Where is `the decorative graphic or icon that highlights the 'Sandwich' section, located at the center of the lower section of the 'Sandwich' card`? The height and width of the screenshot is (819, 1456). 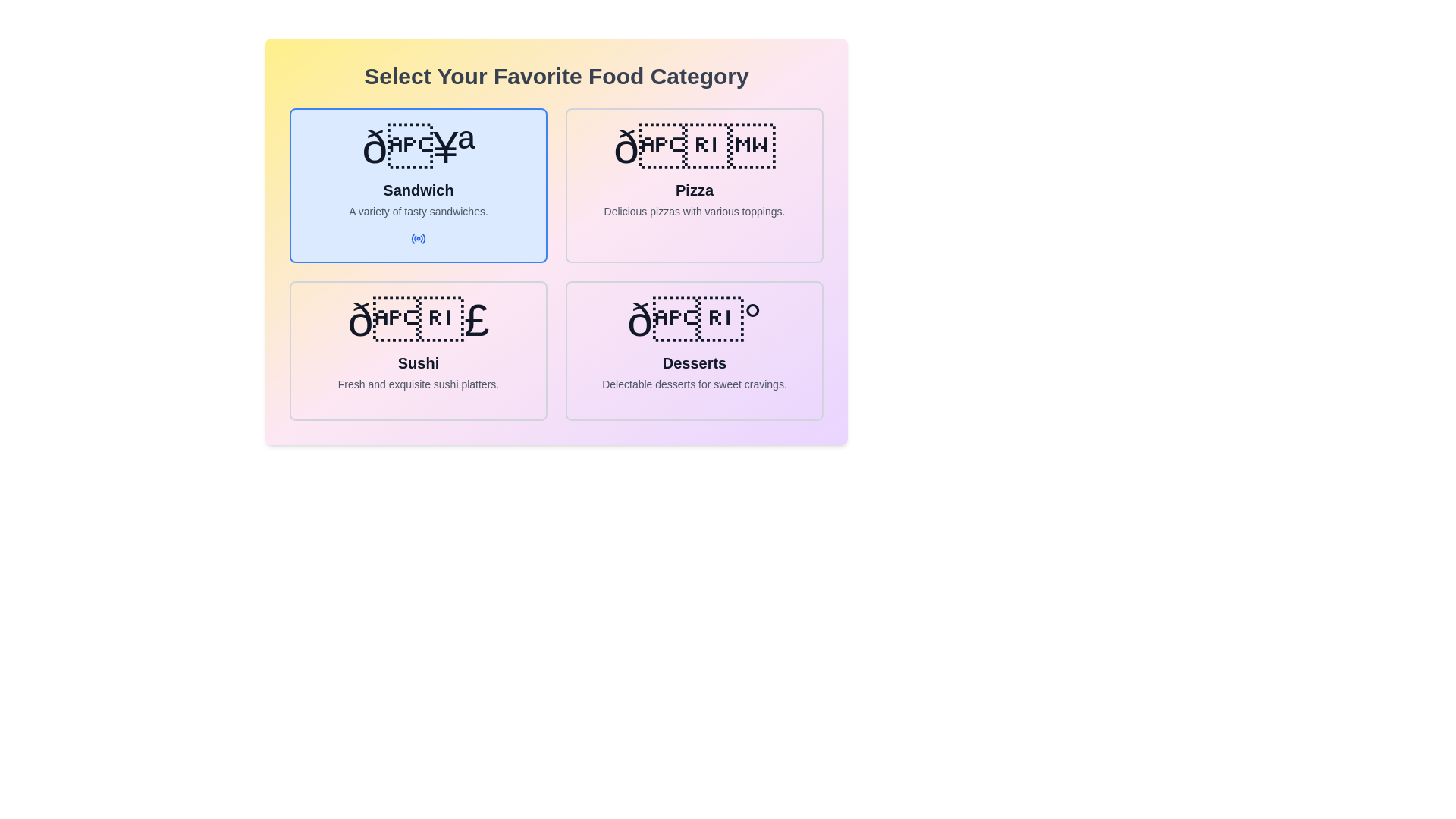 the decorative graphic or icon that highlights the 'Sandwich' section, located at the center of the lower section of the 'Sandwich' card is located at coordinates (419, 239).